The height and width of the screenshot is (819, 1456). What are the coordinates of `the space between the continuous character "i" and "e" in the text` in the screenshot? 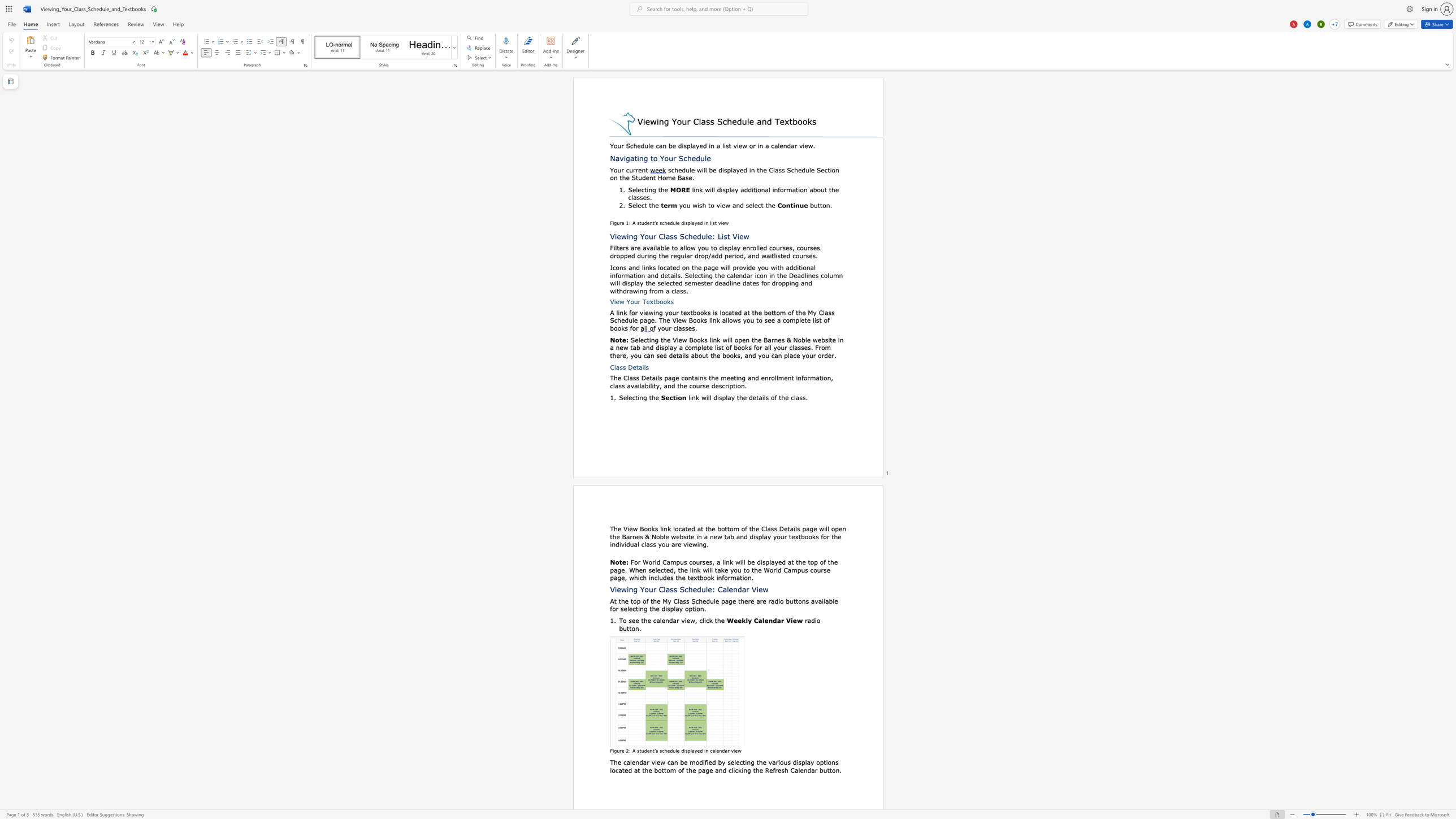 It's located at (616, 301).